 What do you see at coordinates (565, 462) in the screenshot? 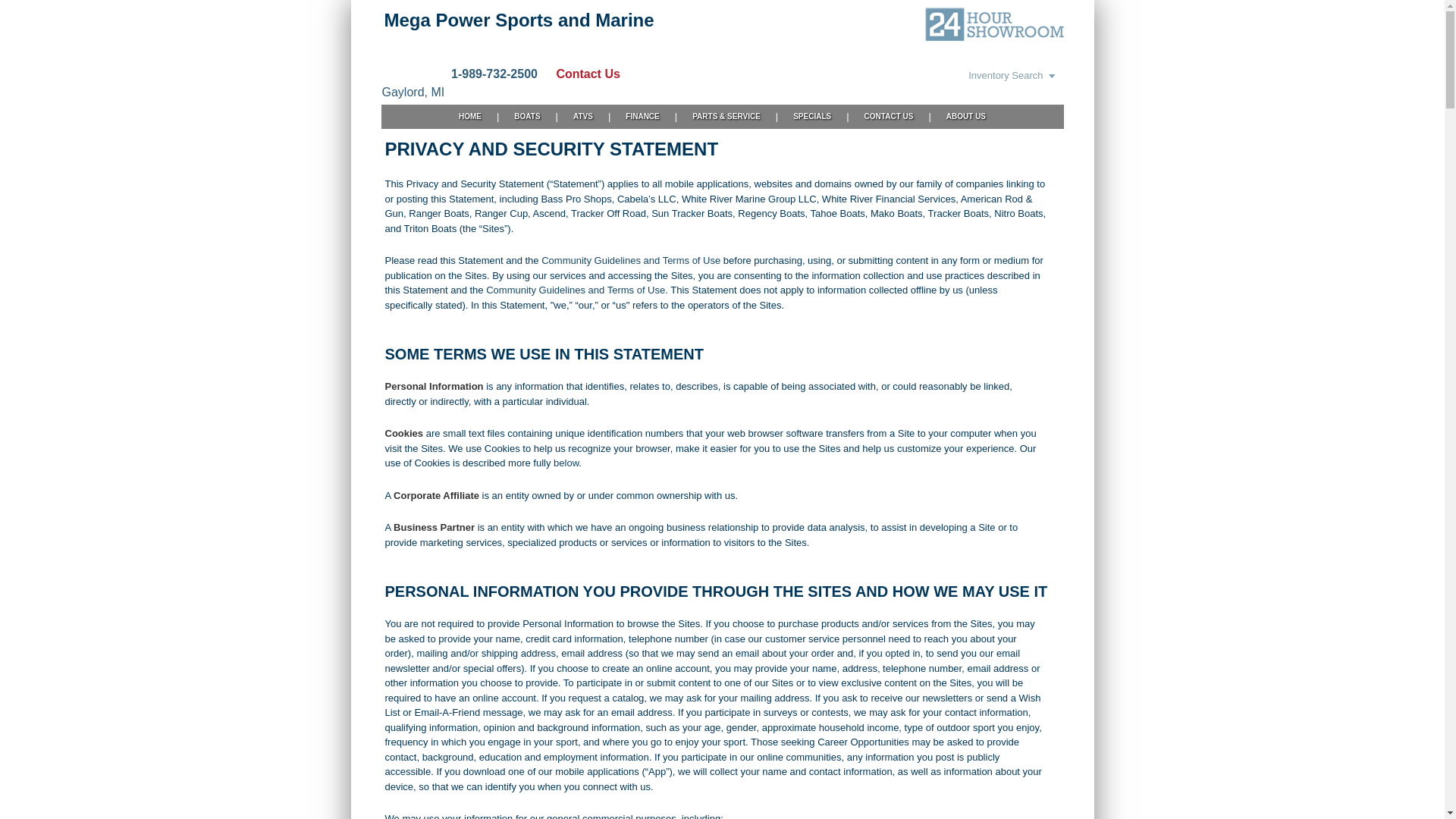
I see `'below'` at bounding box center [565, 462].